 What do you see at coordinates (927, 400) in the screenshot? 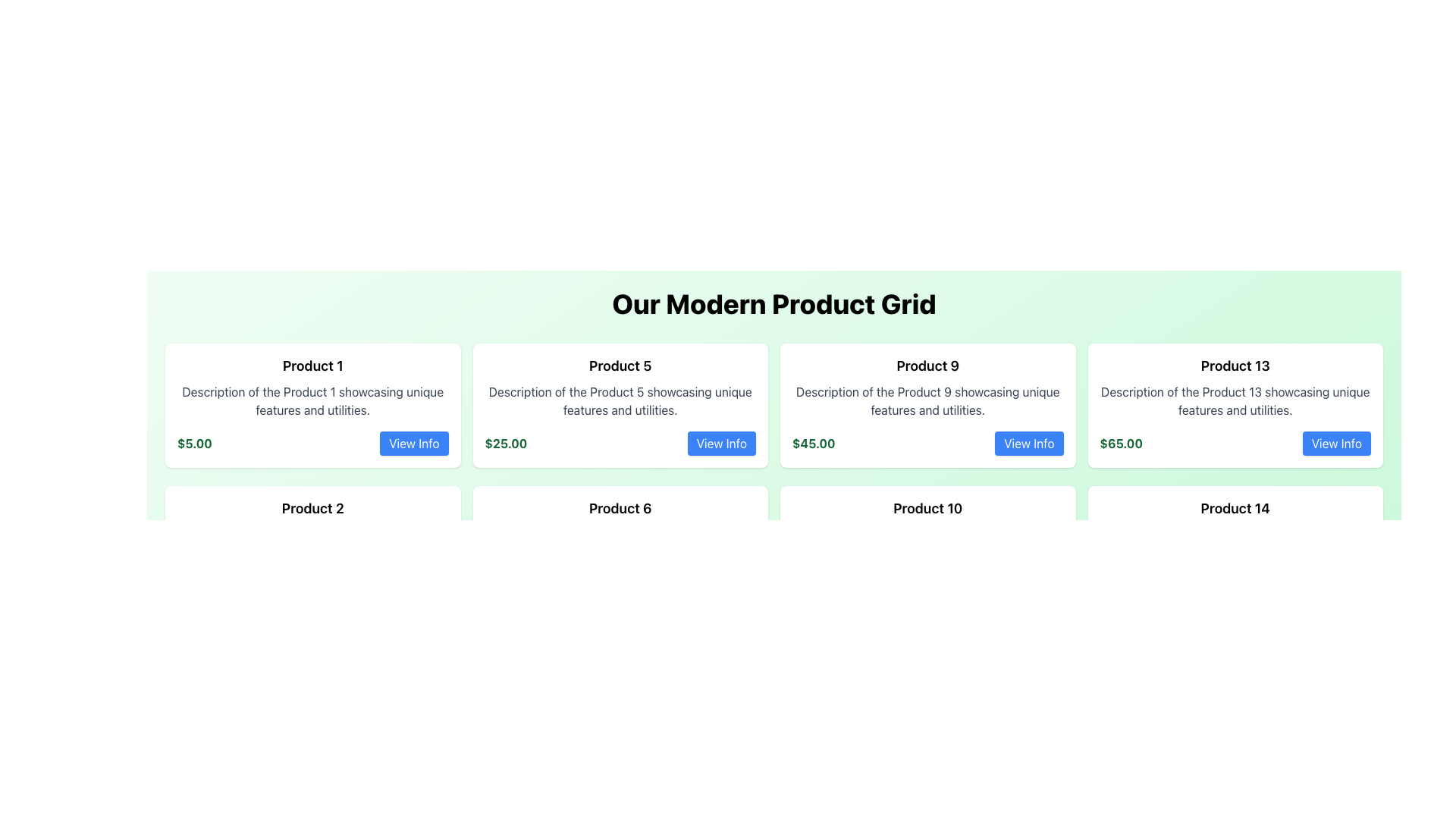
I see `description text for 'Product 9' located in the third column of the product grid, styled in gray font, positioned below the title 'Product 9' and above the price '$45.00'` at bounding box center [927, 400].